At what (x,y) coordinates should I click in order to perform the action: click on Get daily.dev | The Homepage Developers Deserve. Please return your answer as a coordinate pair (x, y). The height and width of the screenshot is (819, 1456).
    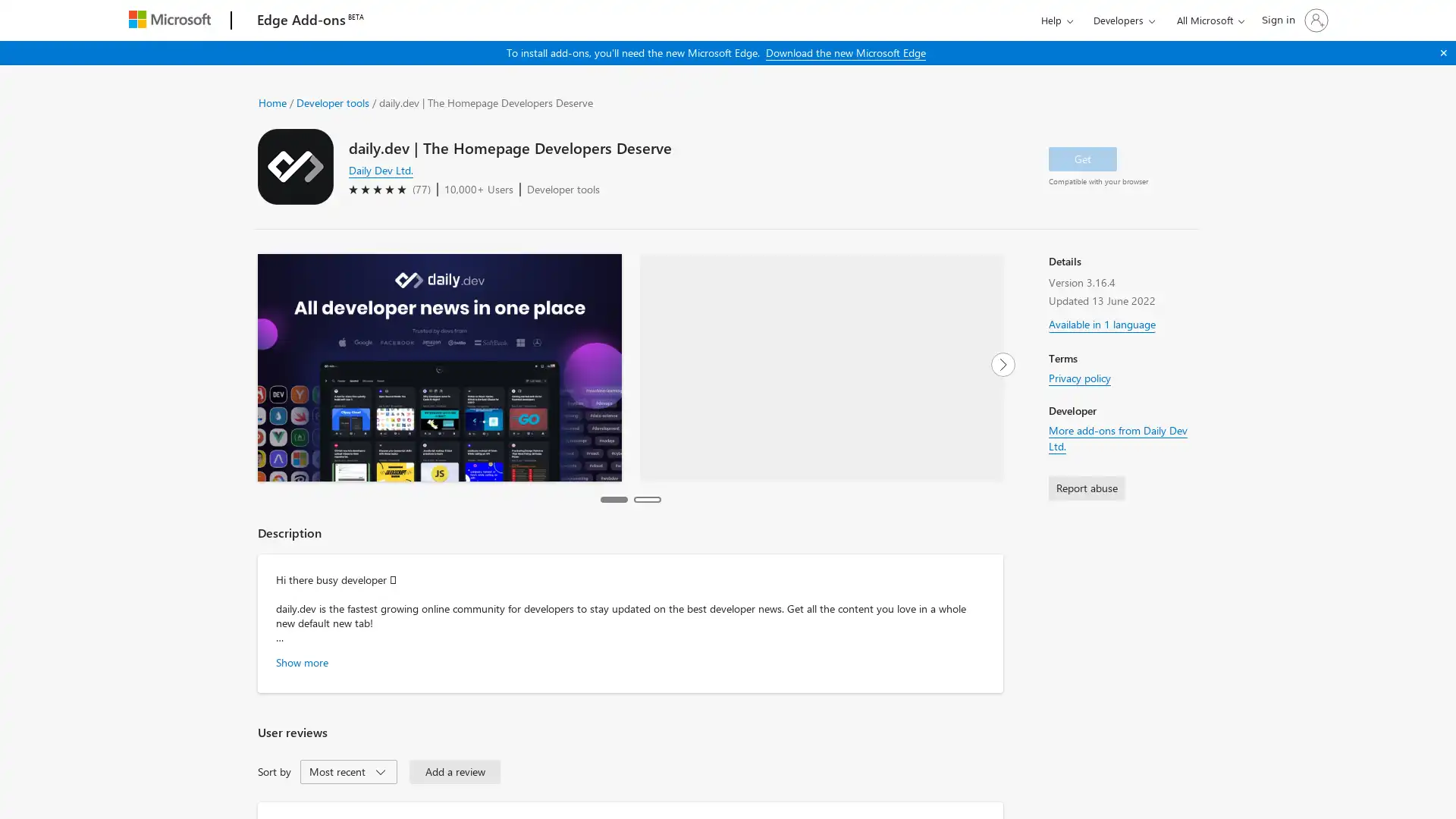
    Looking at the image, I should click on (1082, 158).